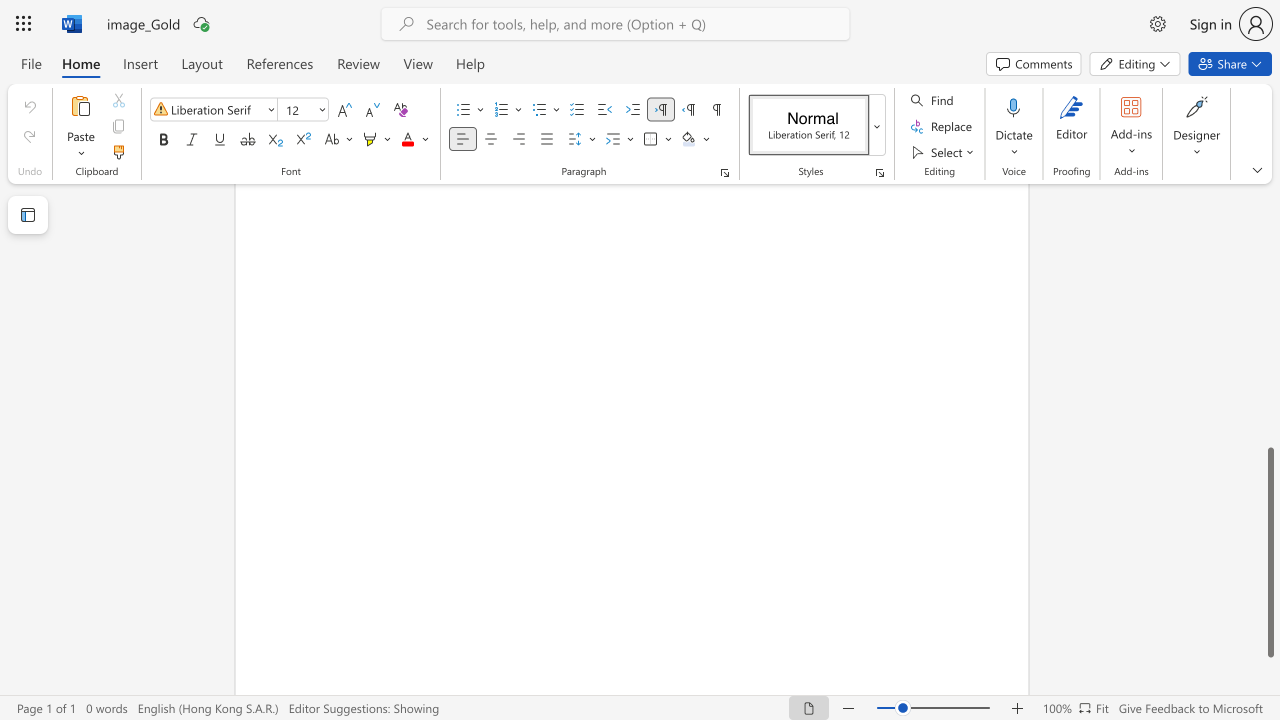 The image size is (1280, 720). Describe the element at coordinates (1269, 270) in the screenshot. I see `the scrollbar to move the content higher` at that location.